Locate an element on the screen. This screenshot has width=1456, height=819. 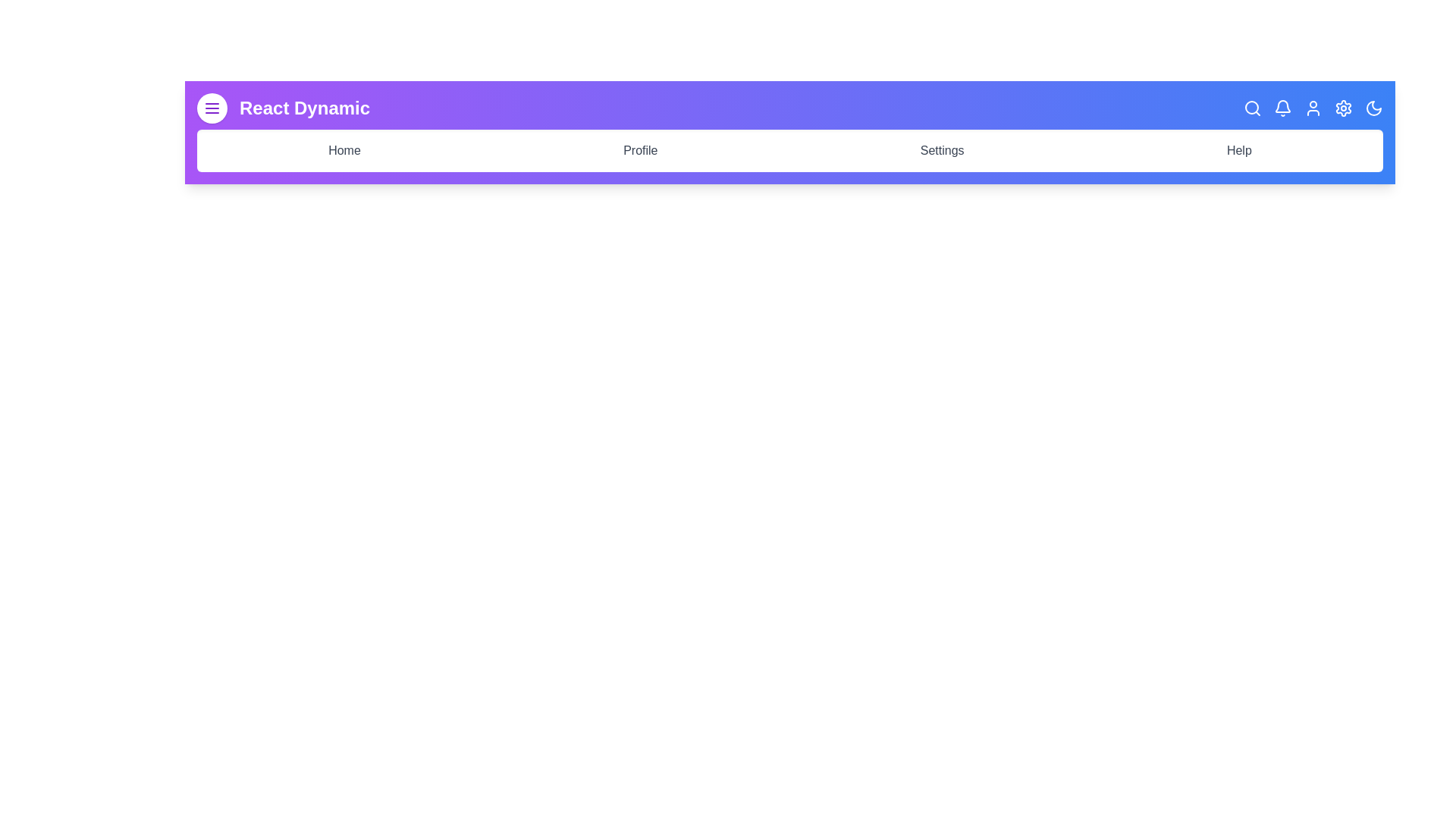
the text Home in the navigation bar is located at coordinates (344, 151).